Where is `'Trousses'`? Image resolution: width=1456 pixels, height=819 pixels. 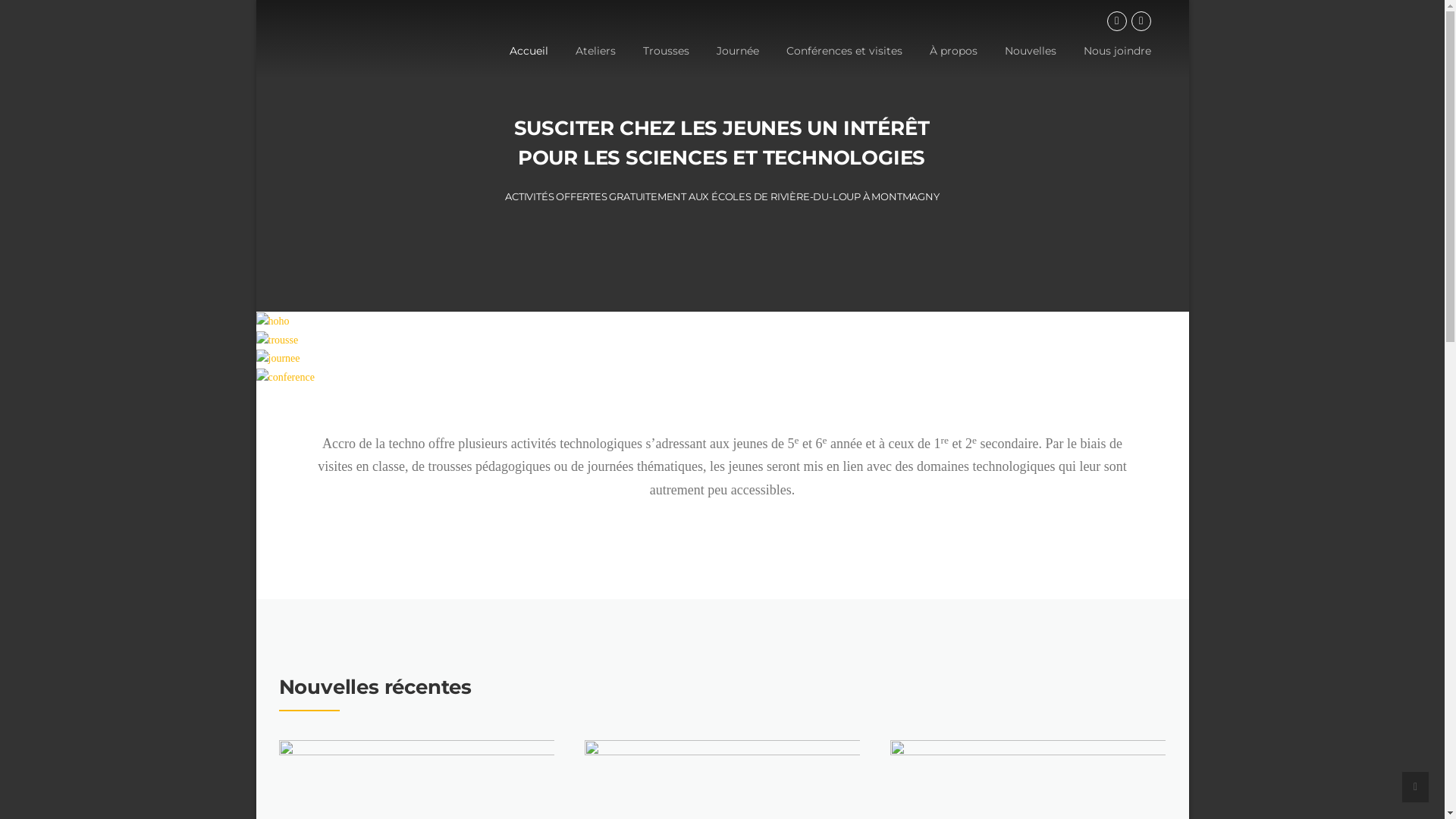 'Trousses' is located at coordinates (666, 62).